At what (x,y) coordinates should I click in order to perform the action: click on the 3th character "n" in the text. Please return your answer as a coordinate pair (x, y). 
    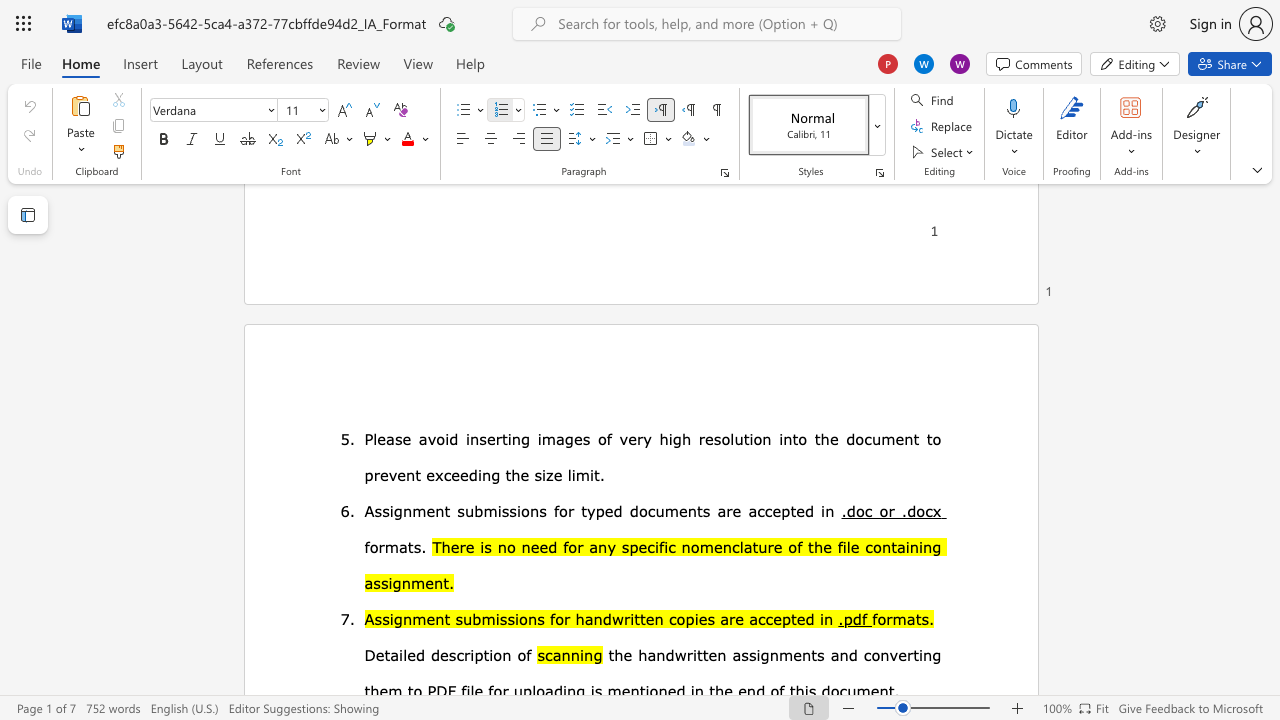
    Looking at the image, I should click on (534, 509).